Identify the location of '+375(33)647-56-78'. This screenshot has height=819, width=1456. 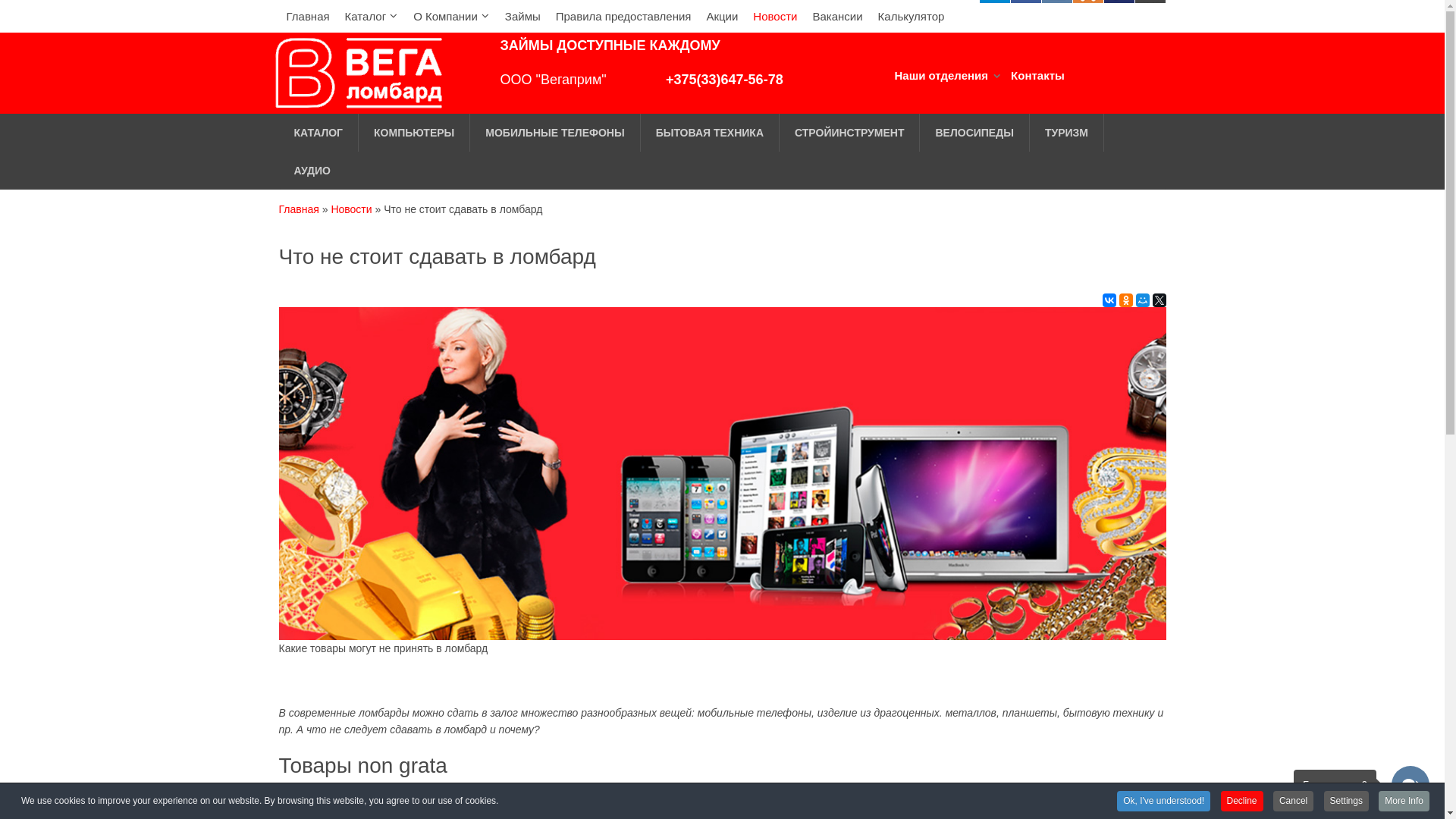
(723, 79).